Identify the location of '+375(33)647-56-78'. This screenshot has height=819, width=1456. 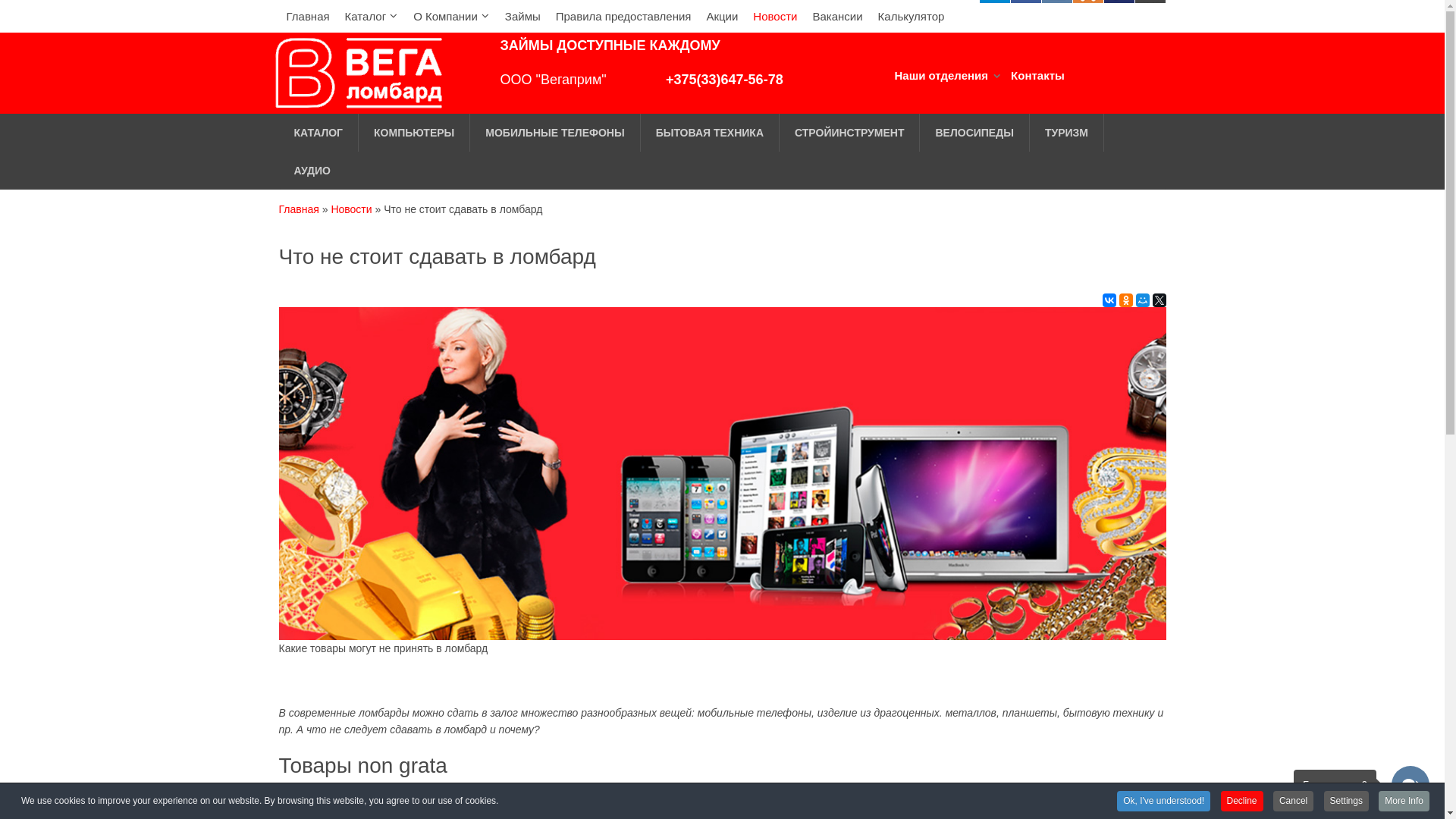
(723, 79).